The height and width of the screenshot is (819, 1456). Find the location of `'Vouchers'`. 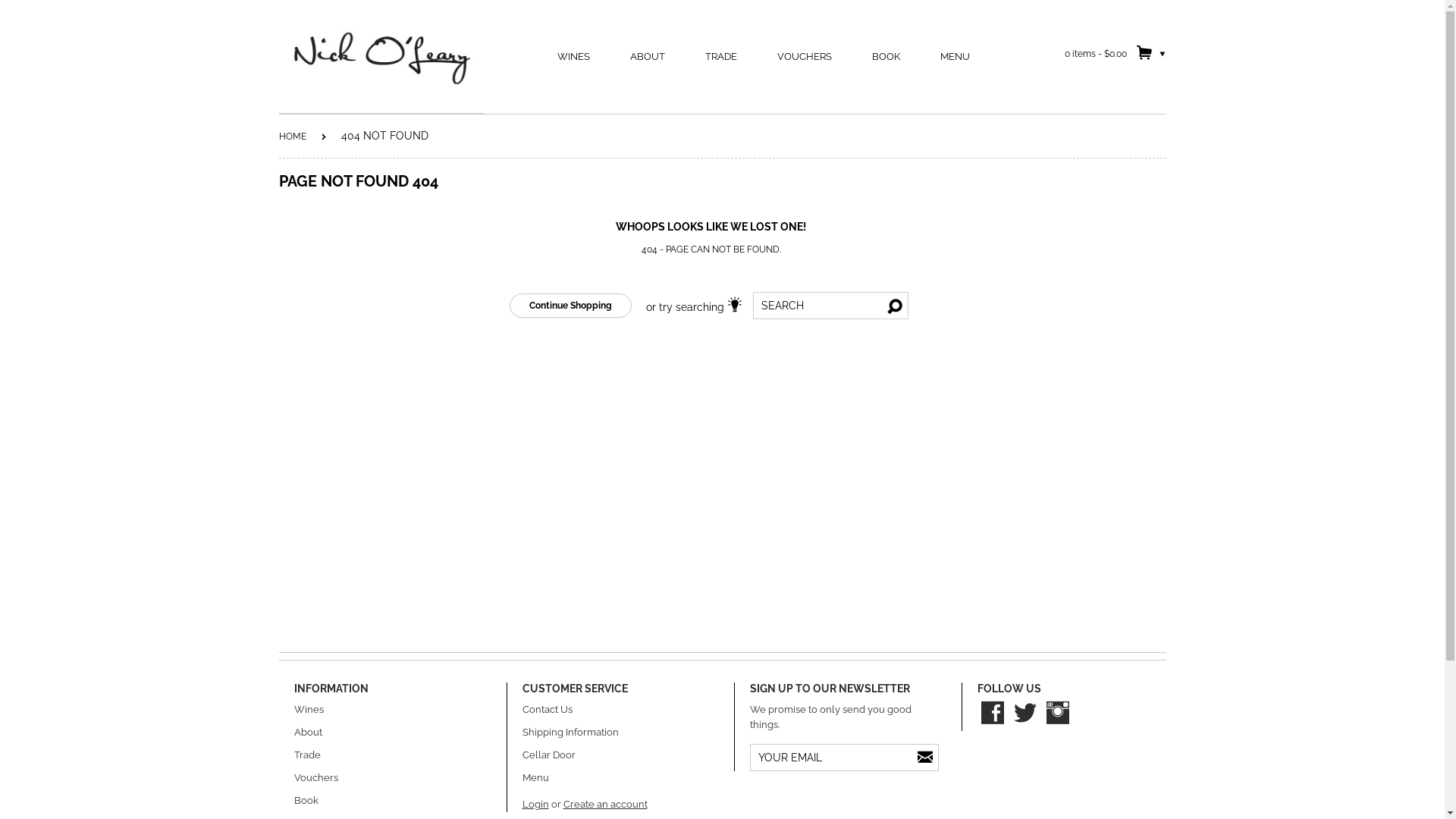

'Vouchers' is located at coordinates (315, 777).